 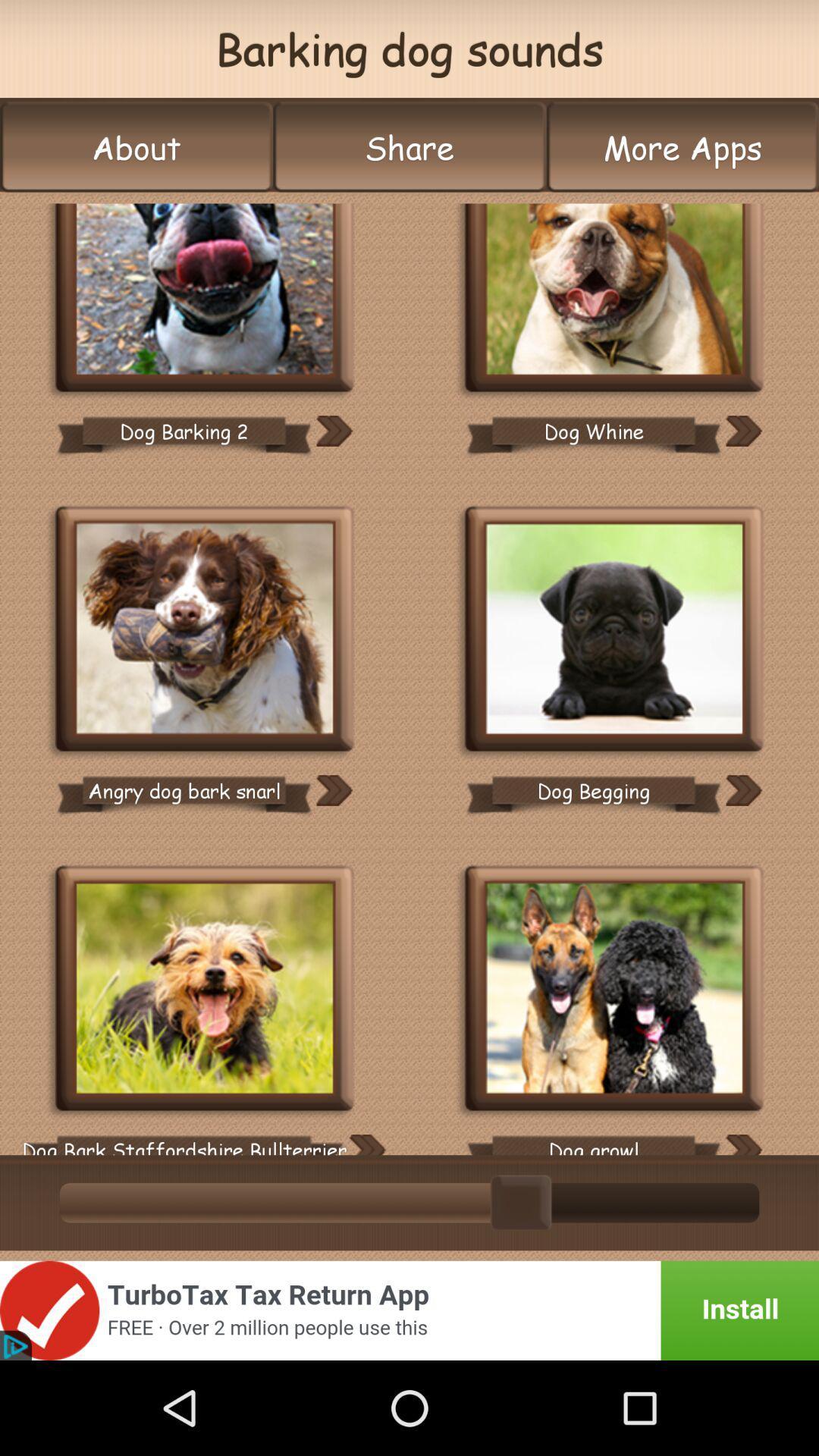 I want to click on forward option, so click(x=742, y=789).